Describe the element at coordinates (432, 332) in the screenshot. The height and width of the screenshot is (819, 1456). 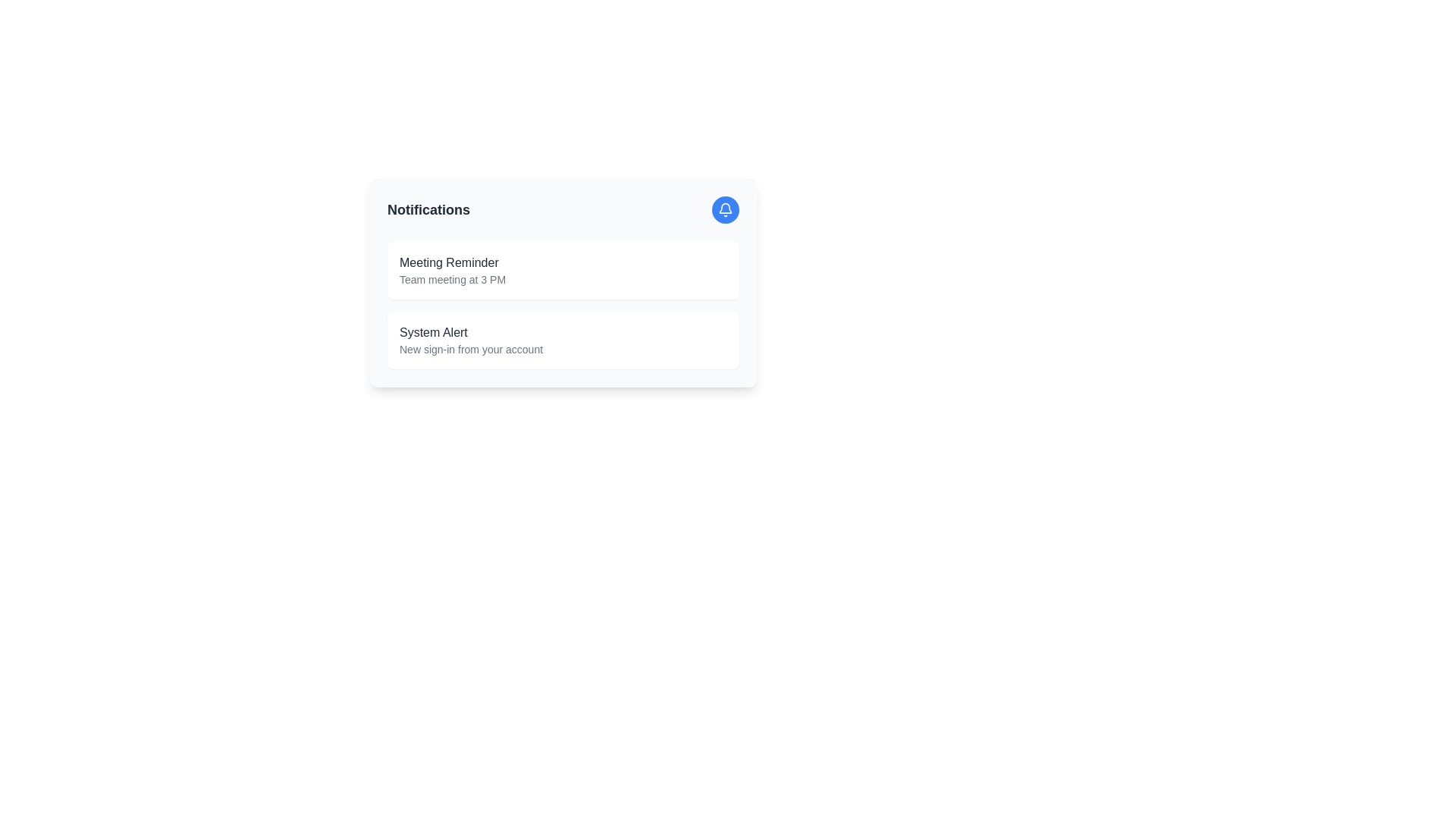
I see `the 'System Alert' text label, which is styled in gray and part of a notification card located in the upper section of the second notification in a vertically stacked list` at that location.